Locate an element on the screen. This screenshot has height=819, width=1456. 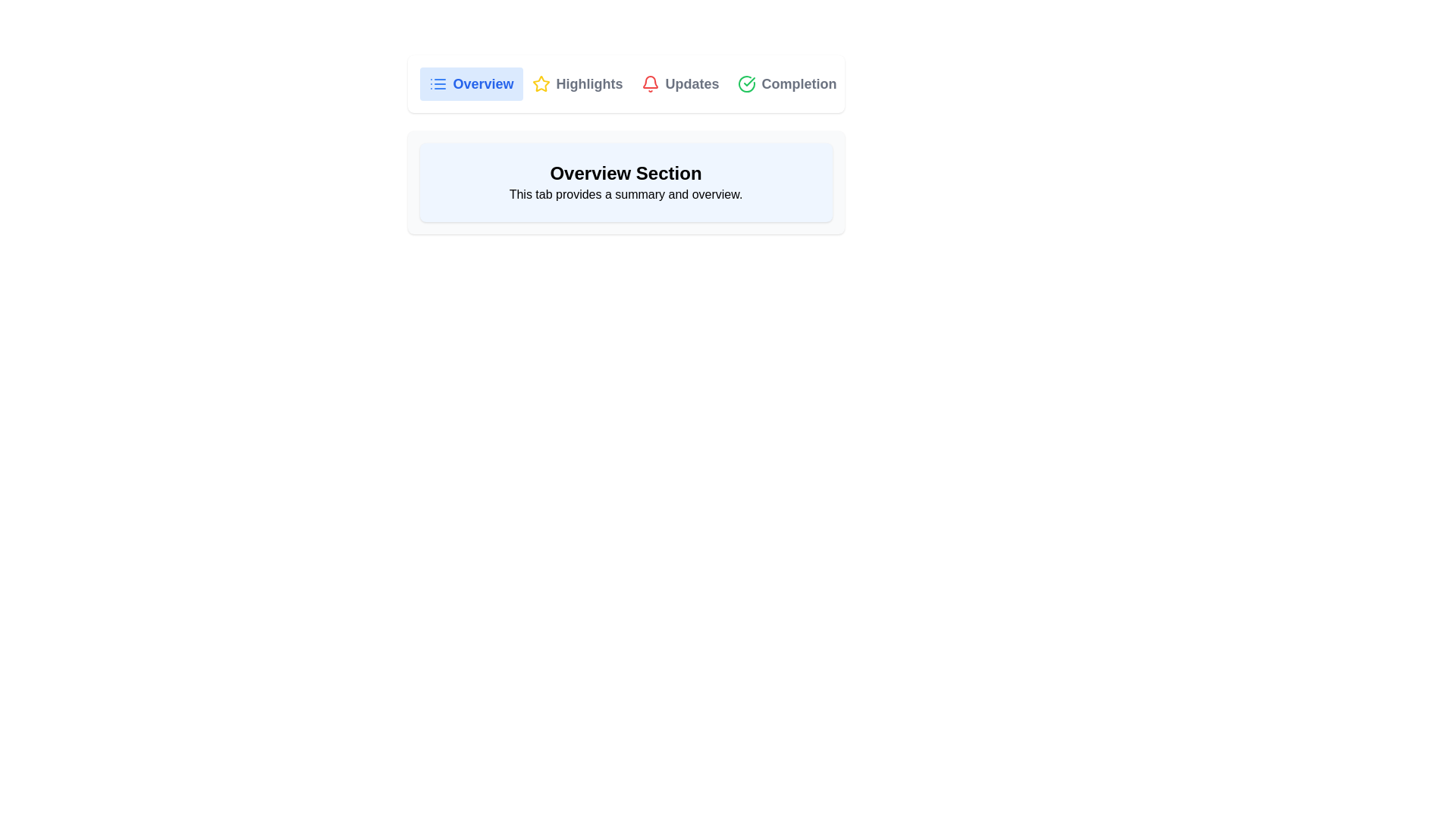
the 'Completion' tab in the navigation bar is located at coordinates (787, 84).